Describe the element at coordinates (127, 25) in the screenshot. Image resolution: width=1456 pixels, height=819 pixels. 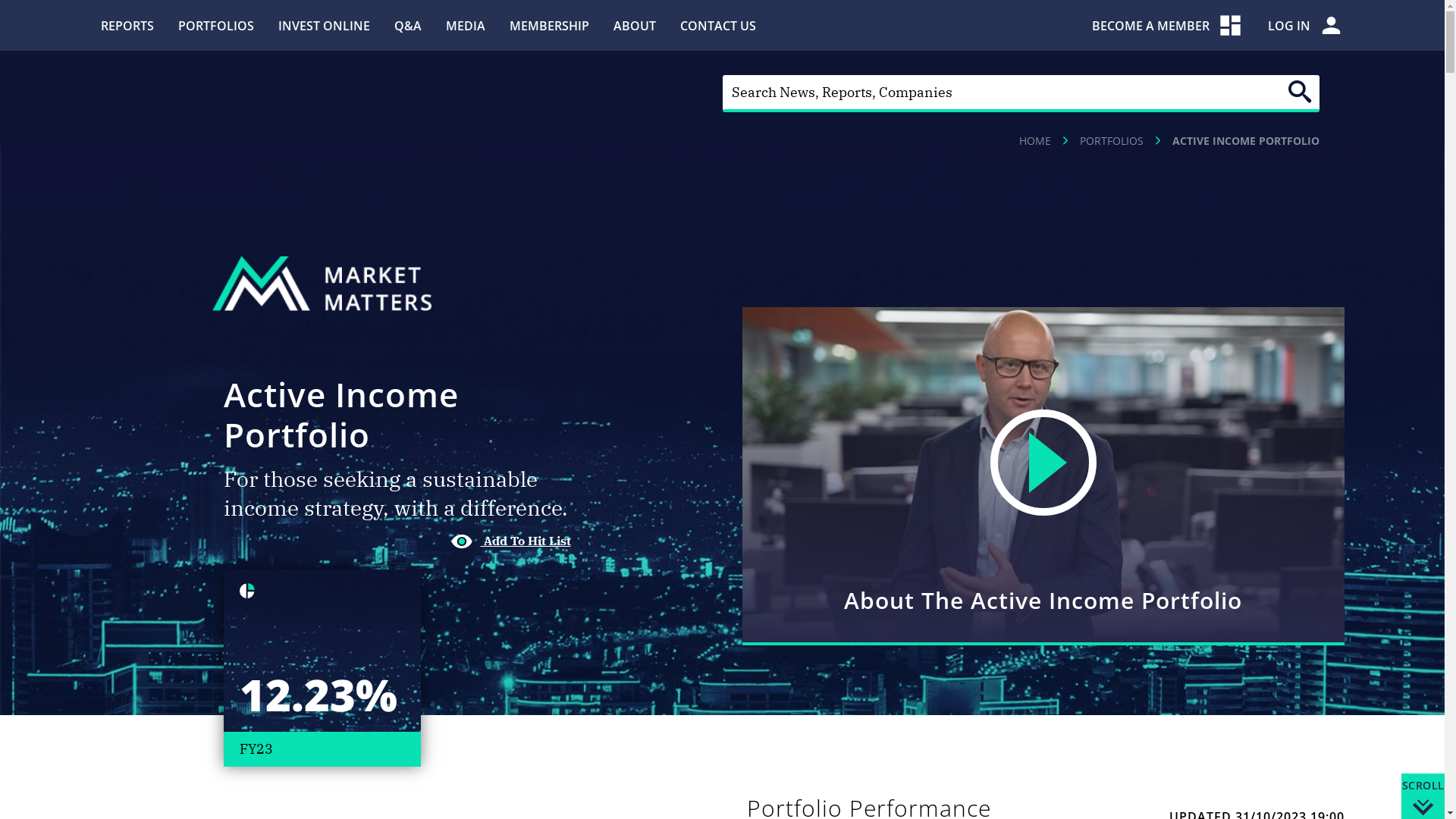
I see `'REPORTS'` at that location.